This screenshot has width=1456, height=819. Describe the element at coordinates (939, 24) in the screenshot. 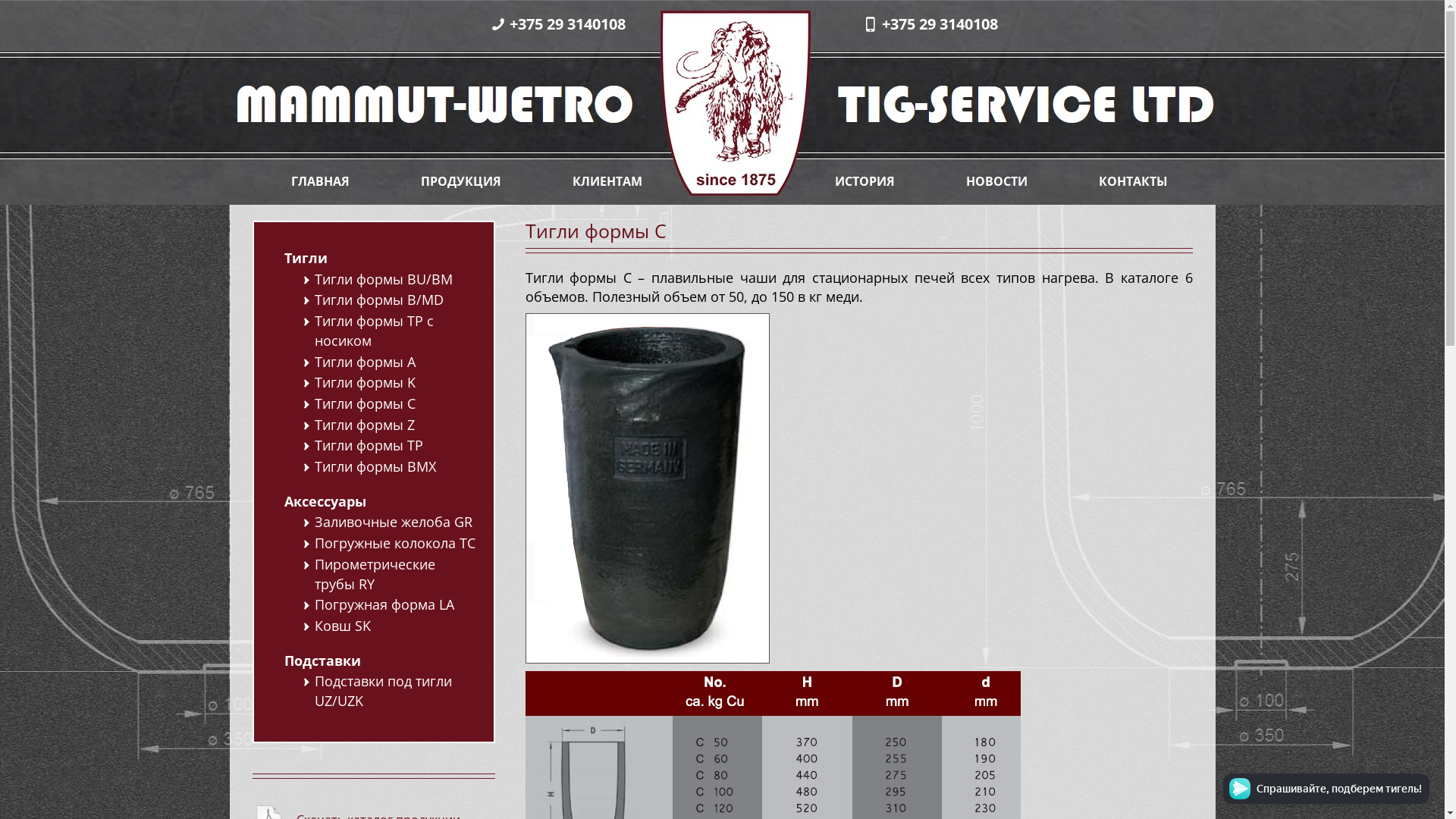

I see `'+375 29 3140108'` at that location.